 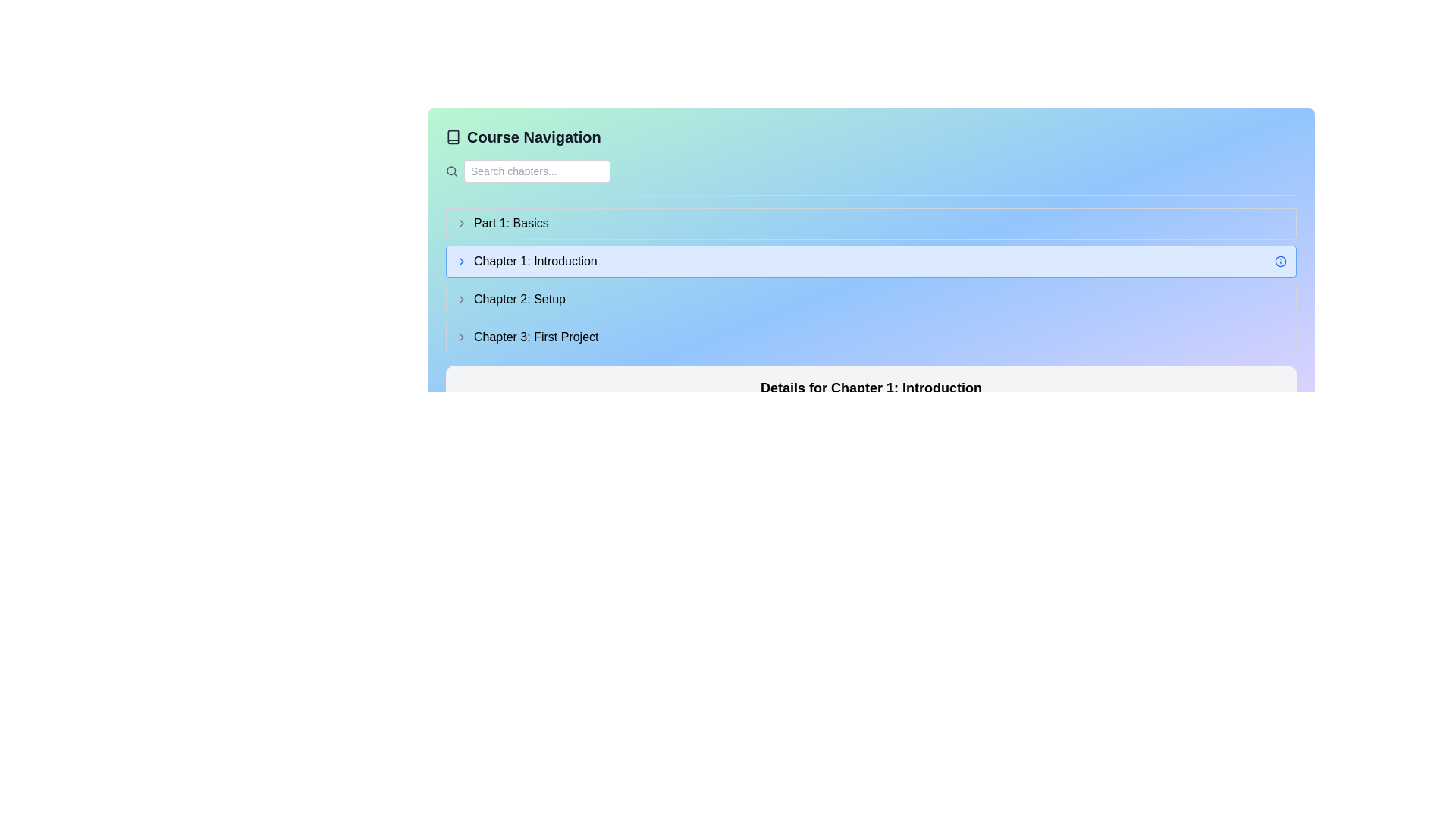 I want to click on the Collapsible header item labeled 'Part 1: Basics' which contains a chevron icon and is positioned directly below the search bar, so click(x=502, y=223).